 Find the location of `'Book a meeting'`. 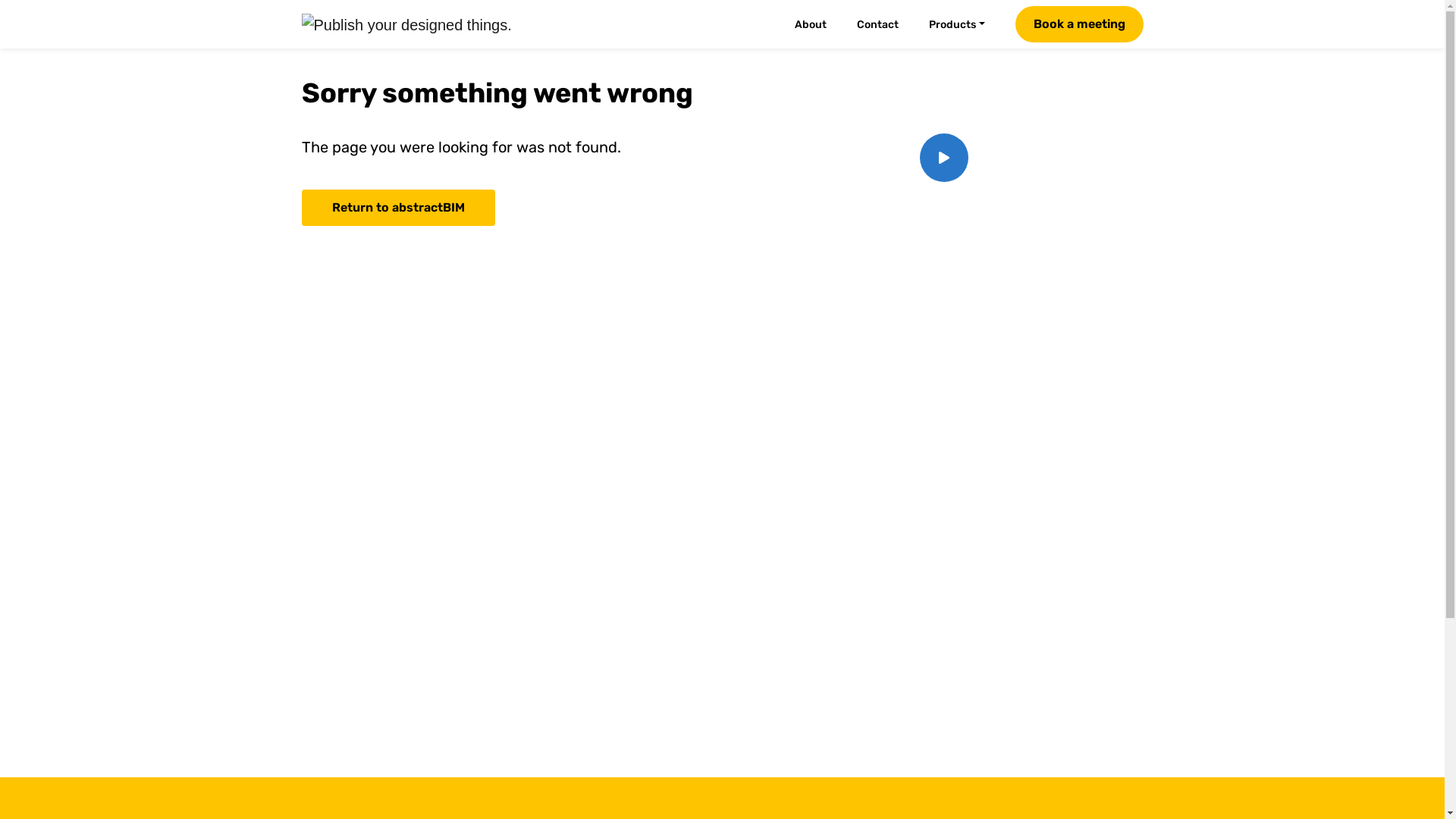

'Book a meeting' is located at coordinates (1015, 24).